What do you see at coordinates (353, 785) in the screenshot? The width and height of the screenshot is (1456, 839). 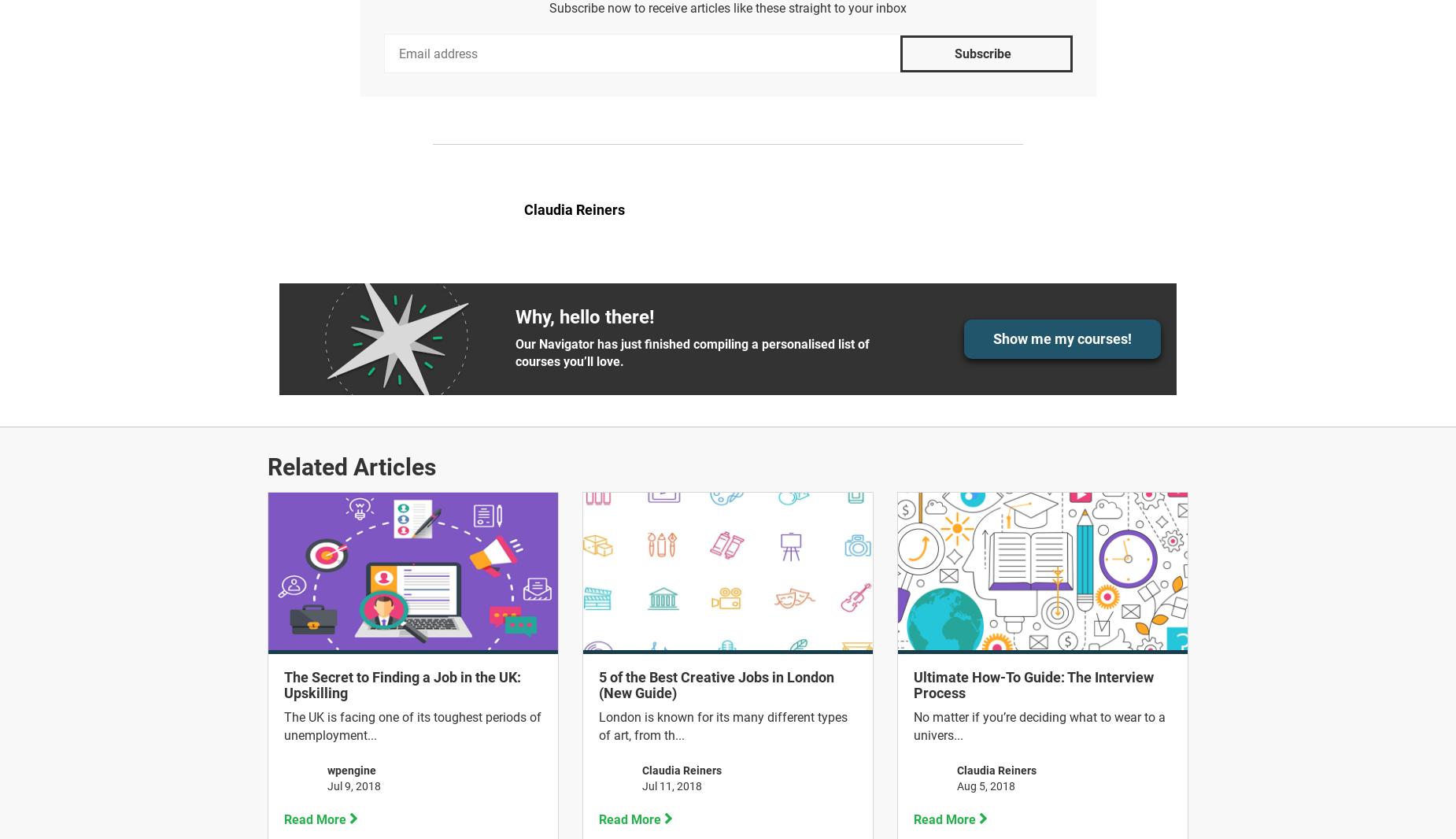 I see `'Jul 9, 2018'` at bounding box center [353, 785].